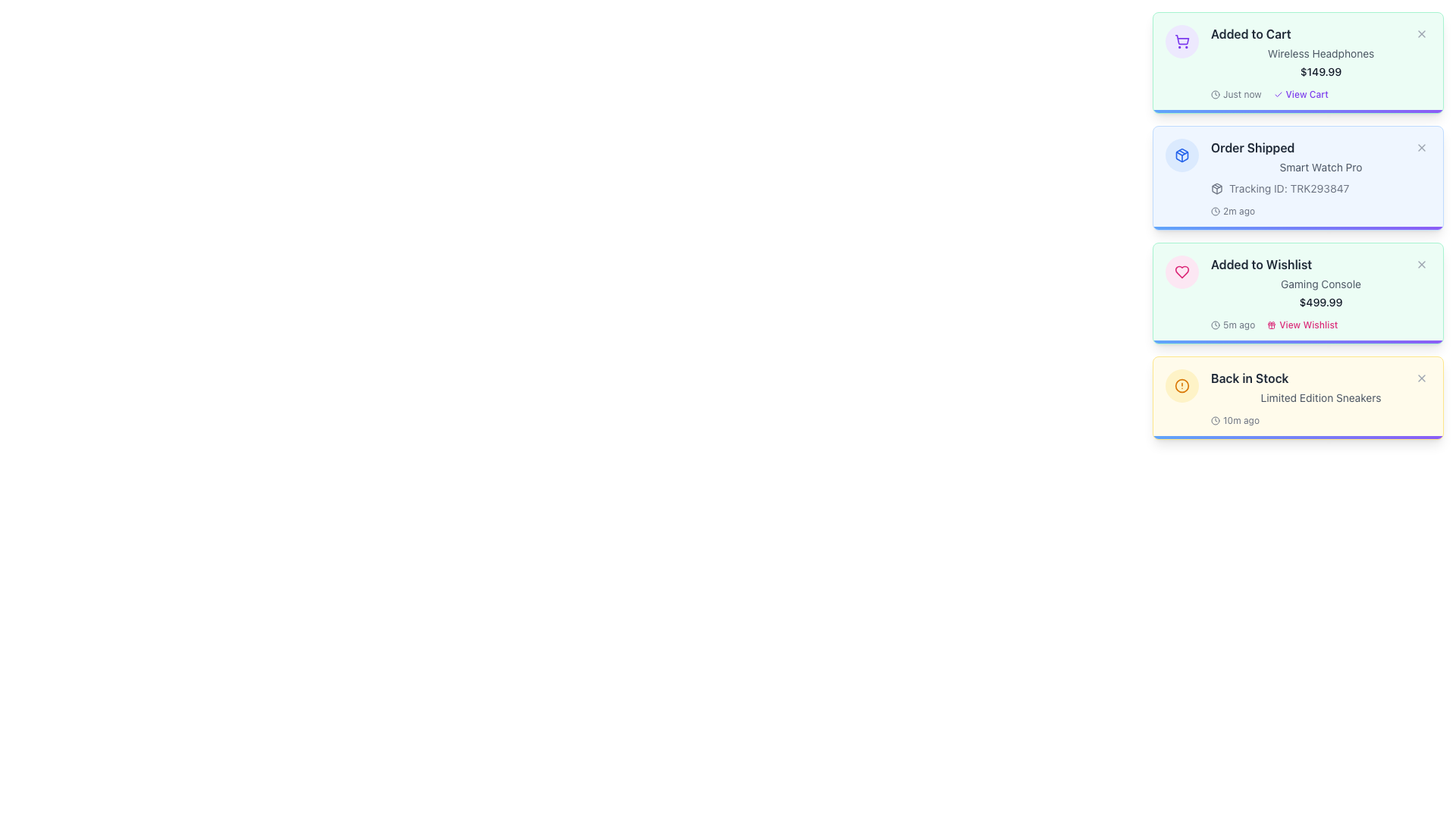  What do you see at coordinates (1181, 271) in the screenshot?
I see `the heart icon located in the third notification card titled 'Added to Wishlist' on the left side of the card to interact with the wishlist feature` at bounding box center [1181, 271].